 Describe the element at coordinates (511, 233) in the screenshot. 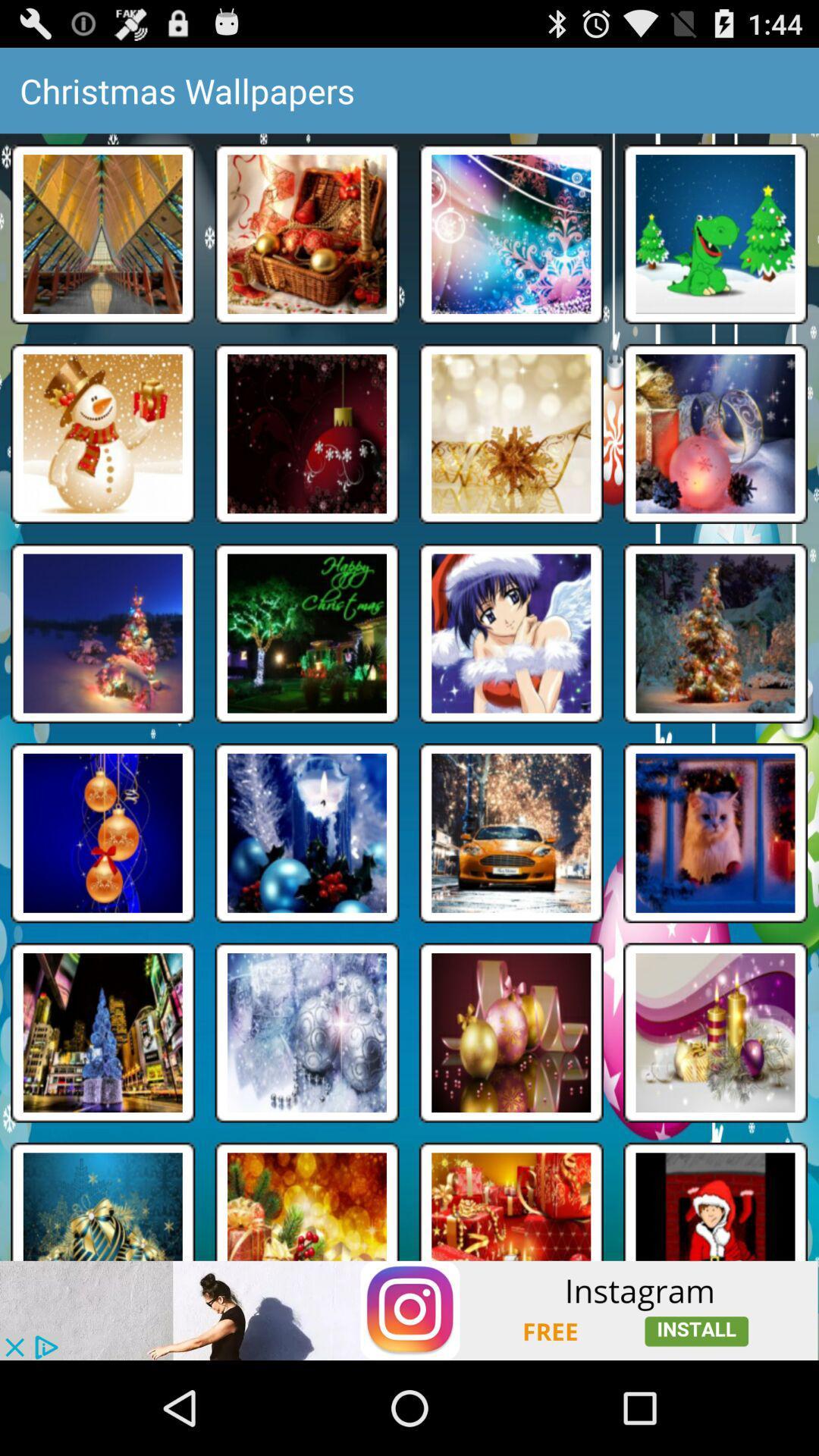

I see `the third box in first row` at that location.